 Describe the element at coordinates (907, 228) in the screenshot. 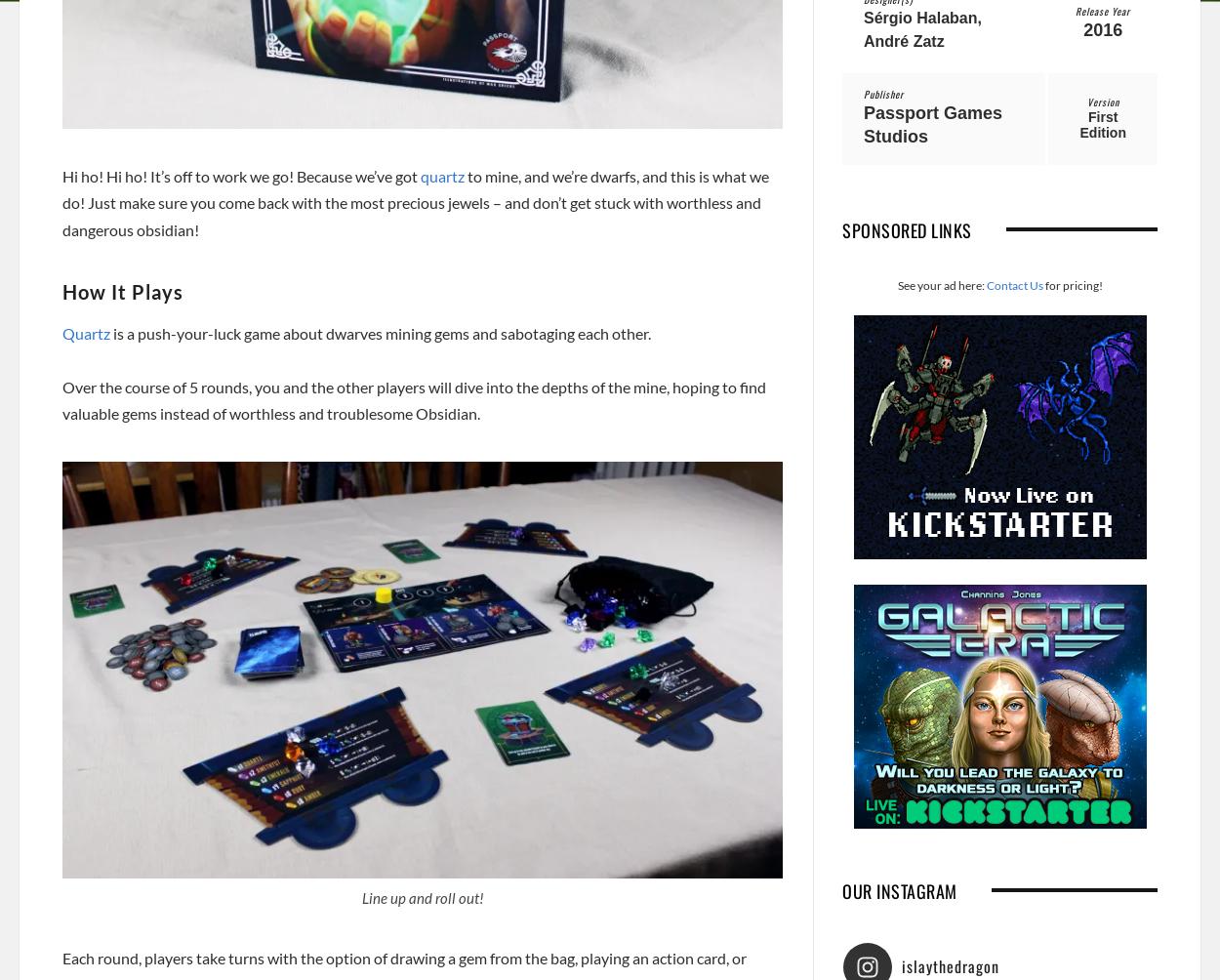

I see `'Sponsored Links'` at that location.